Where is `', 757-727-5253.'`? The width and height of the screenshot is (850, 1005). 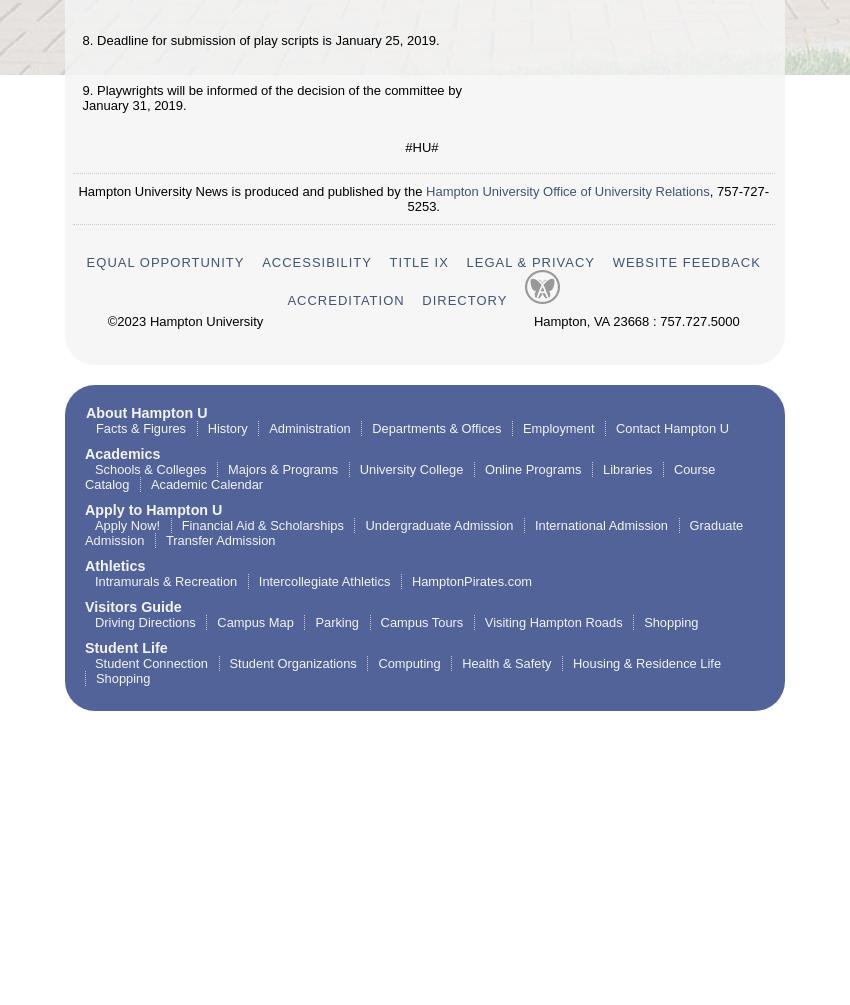
', 757-727-5253.' is located at coordinates (588, 196).